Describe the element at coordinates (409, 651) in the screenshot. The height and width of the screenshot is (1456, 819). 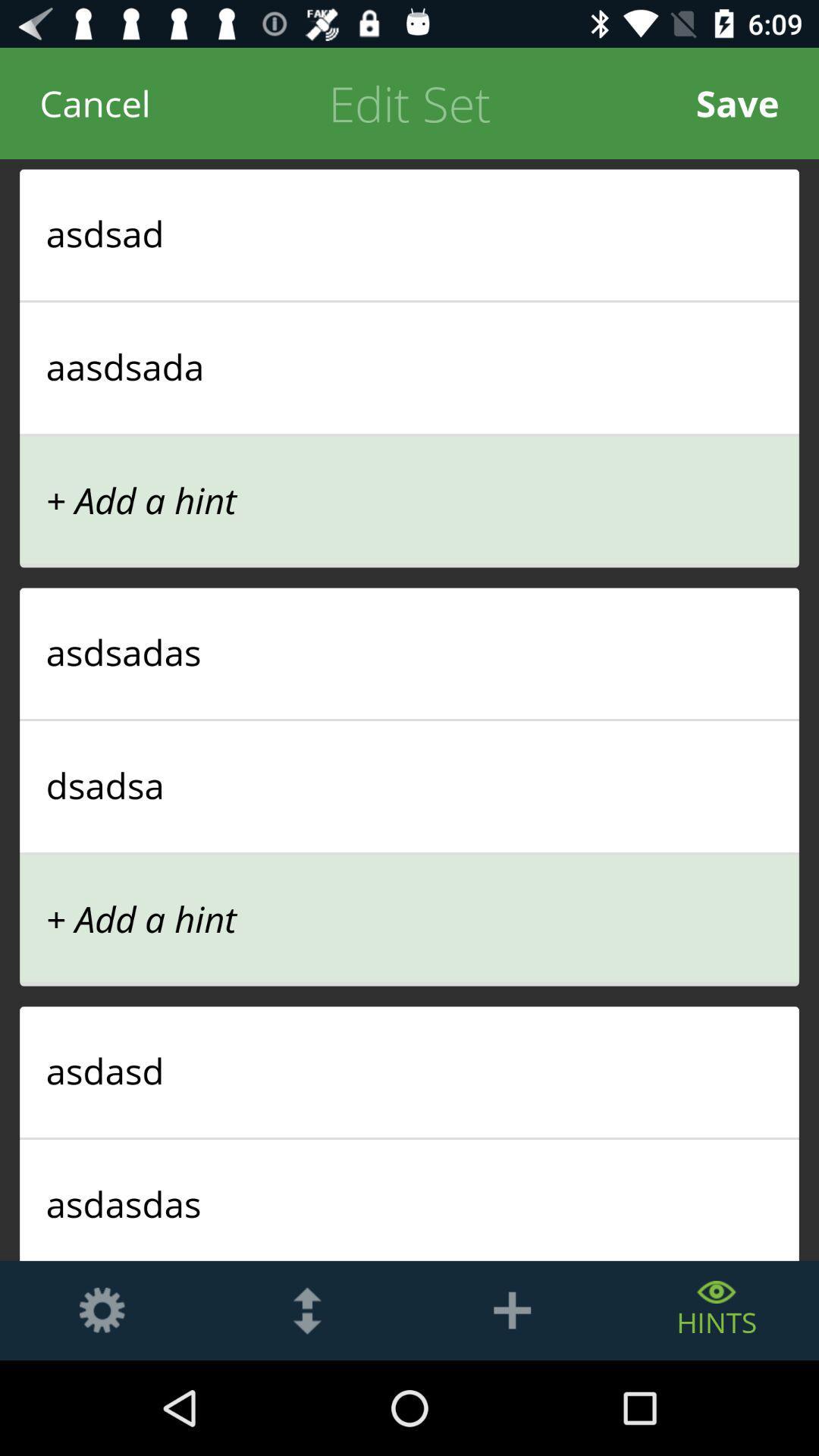
I see `asdsadas icon` at that location.